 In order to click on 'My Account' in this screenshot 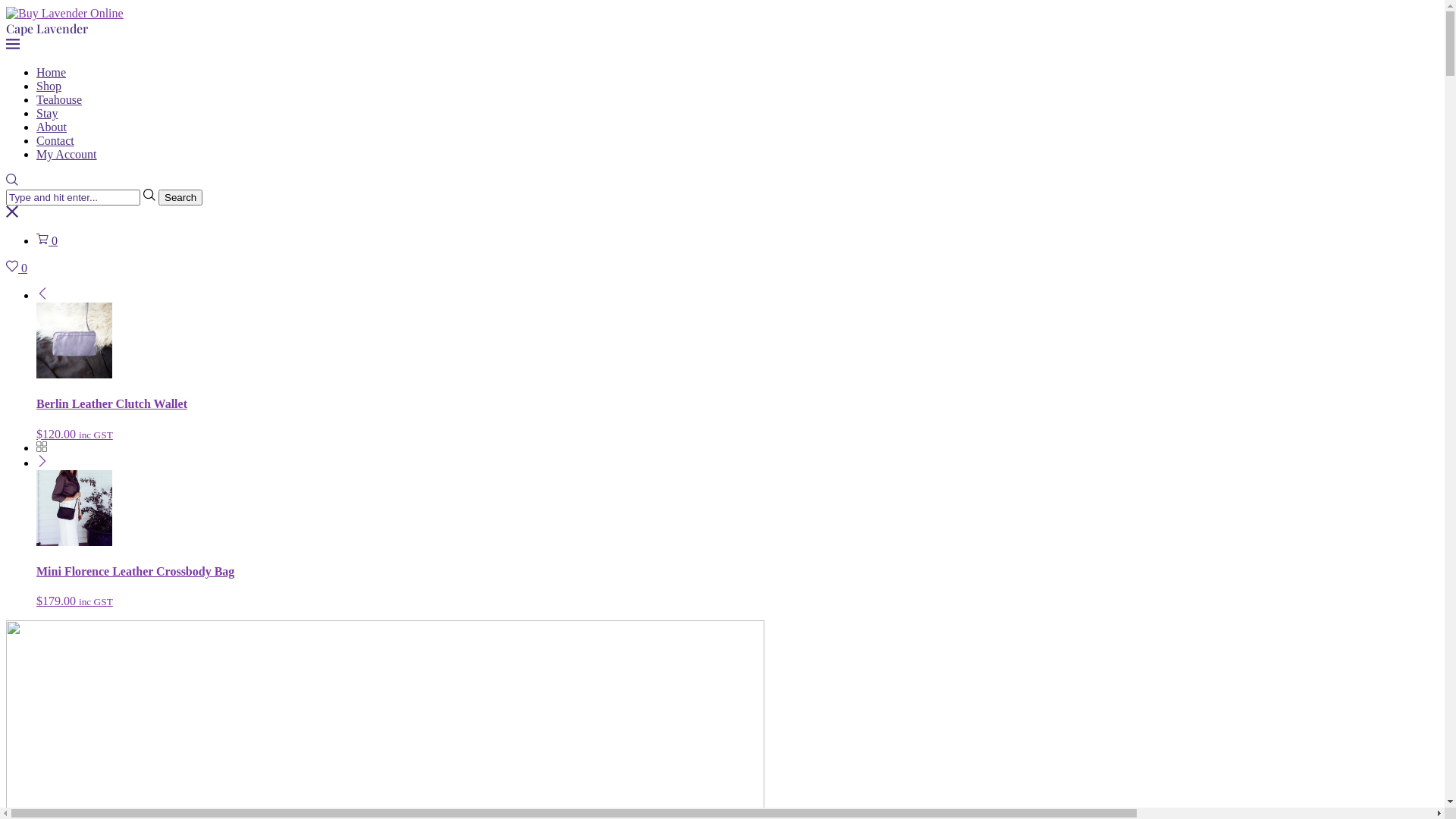, I will do `click(36, 154)`.